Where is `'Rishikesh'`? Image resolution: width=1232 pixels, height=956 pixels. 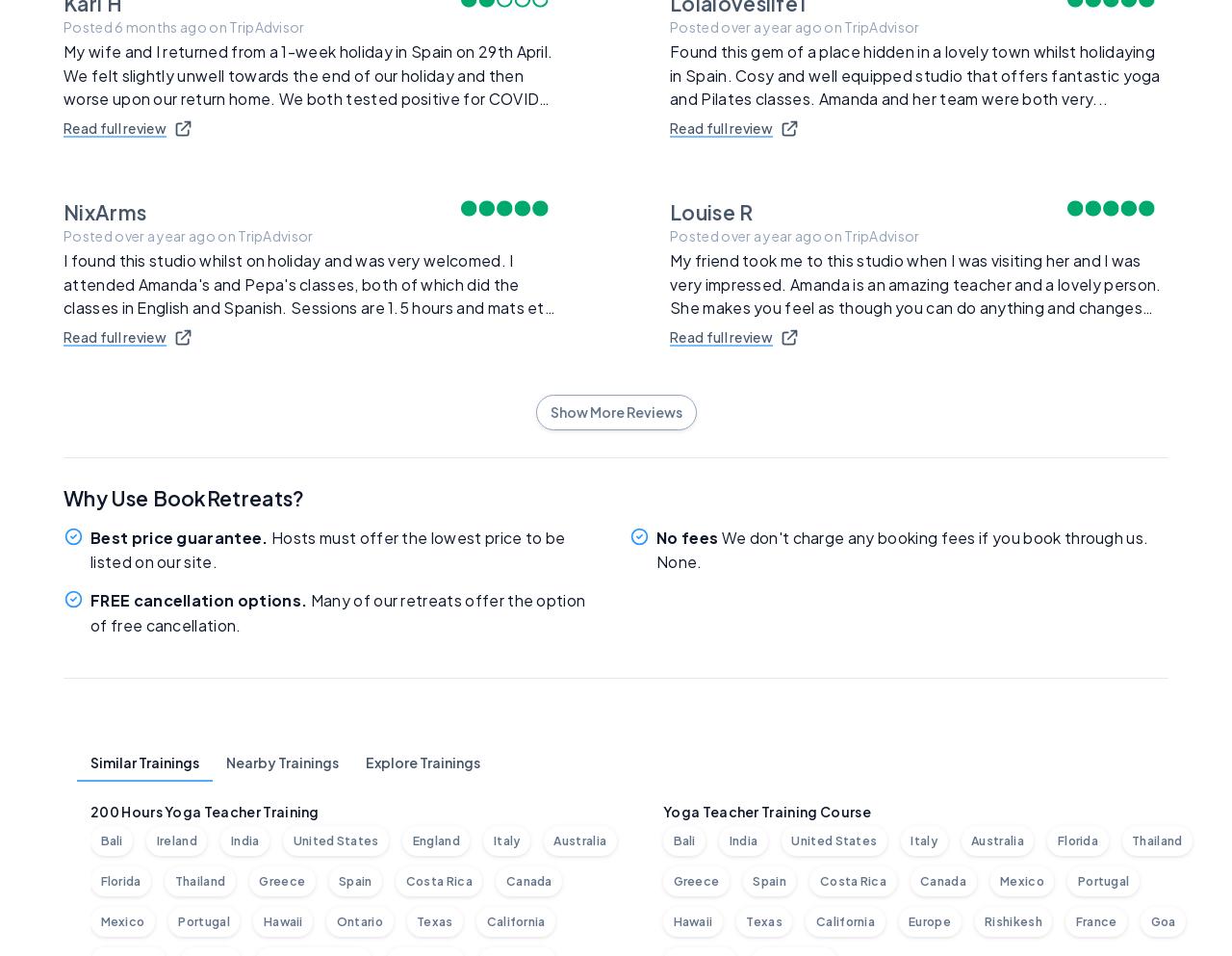 'Rishikesh' is located at coordinates (1012, 918).